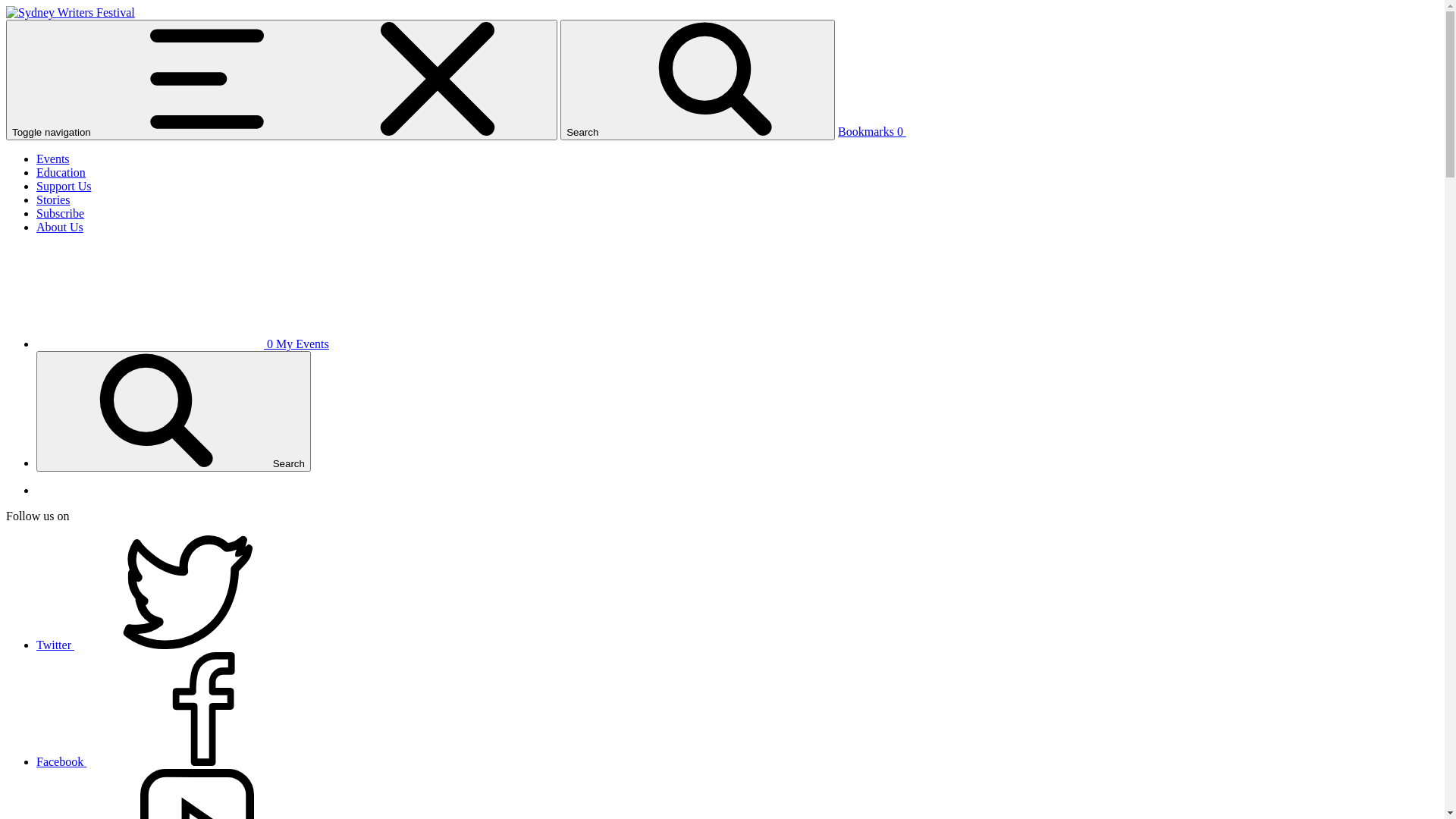 The width and height of the screenshot is (1456, 819). Describe the element at coordinates (174, 411) in the screenshot. I see `'Search'` at that location.